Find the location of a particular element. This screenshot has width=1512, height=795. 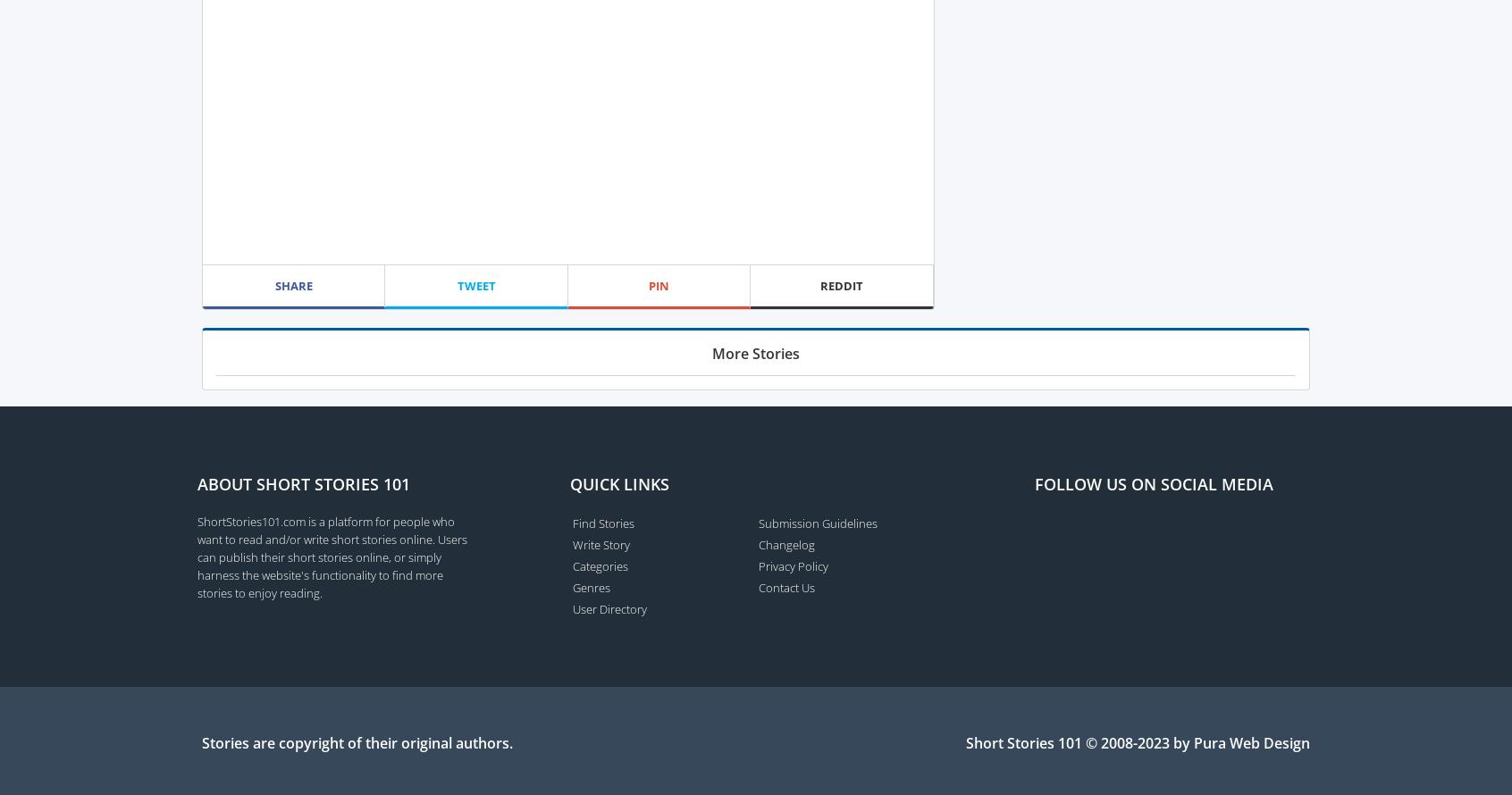

'Categories' is located at coordinates (600, 565).